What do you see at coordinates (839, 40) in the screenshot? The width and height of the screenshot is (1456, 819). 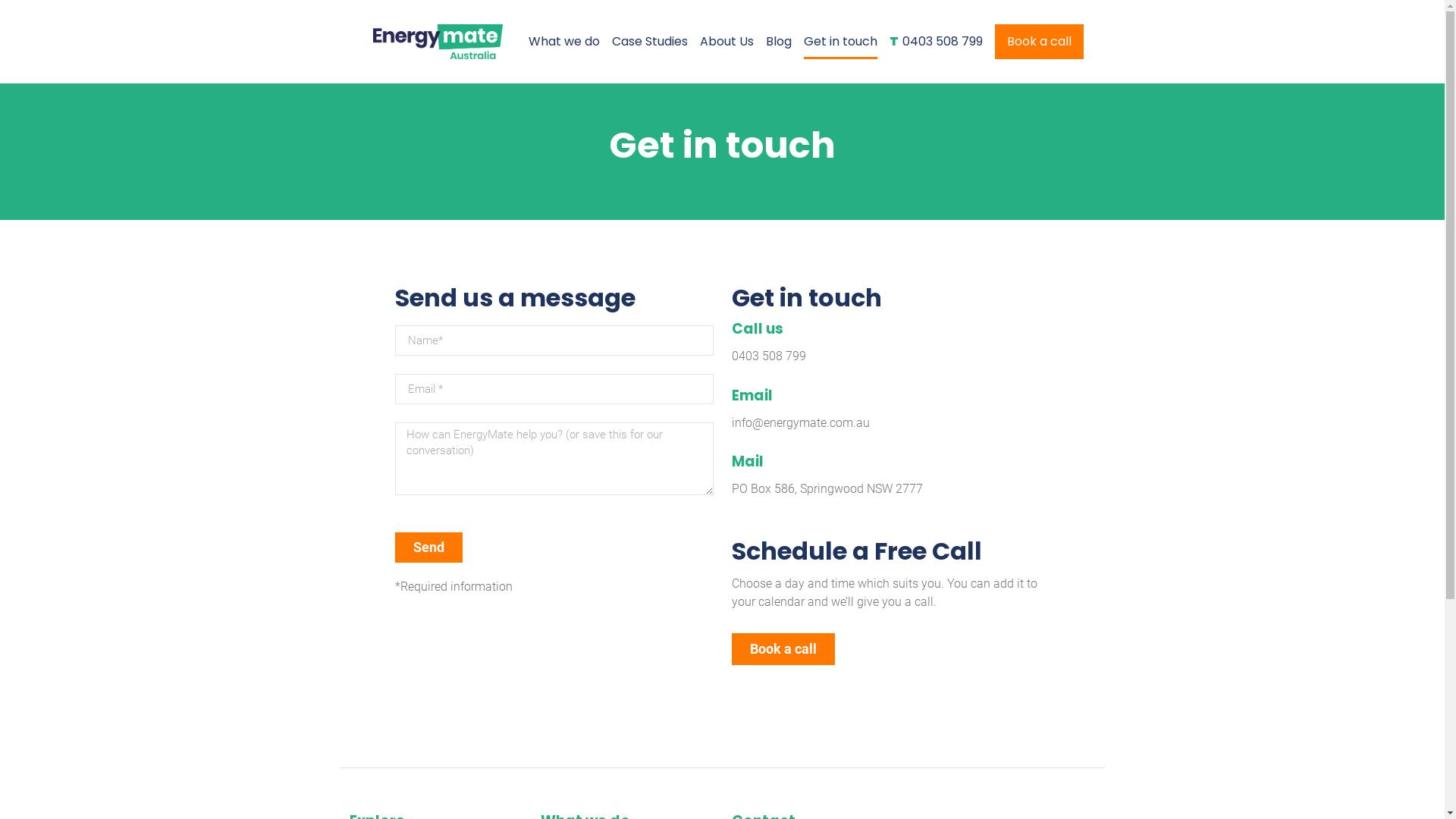 I see `'Get in touch'` at bounding box center [839, 40].